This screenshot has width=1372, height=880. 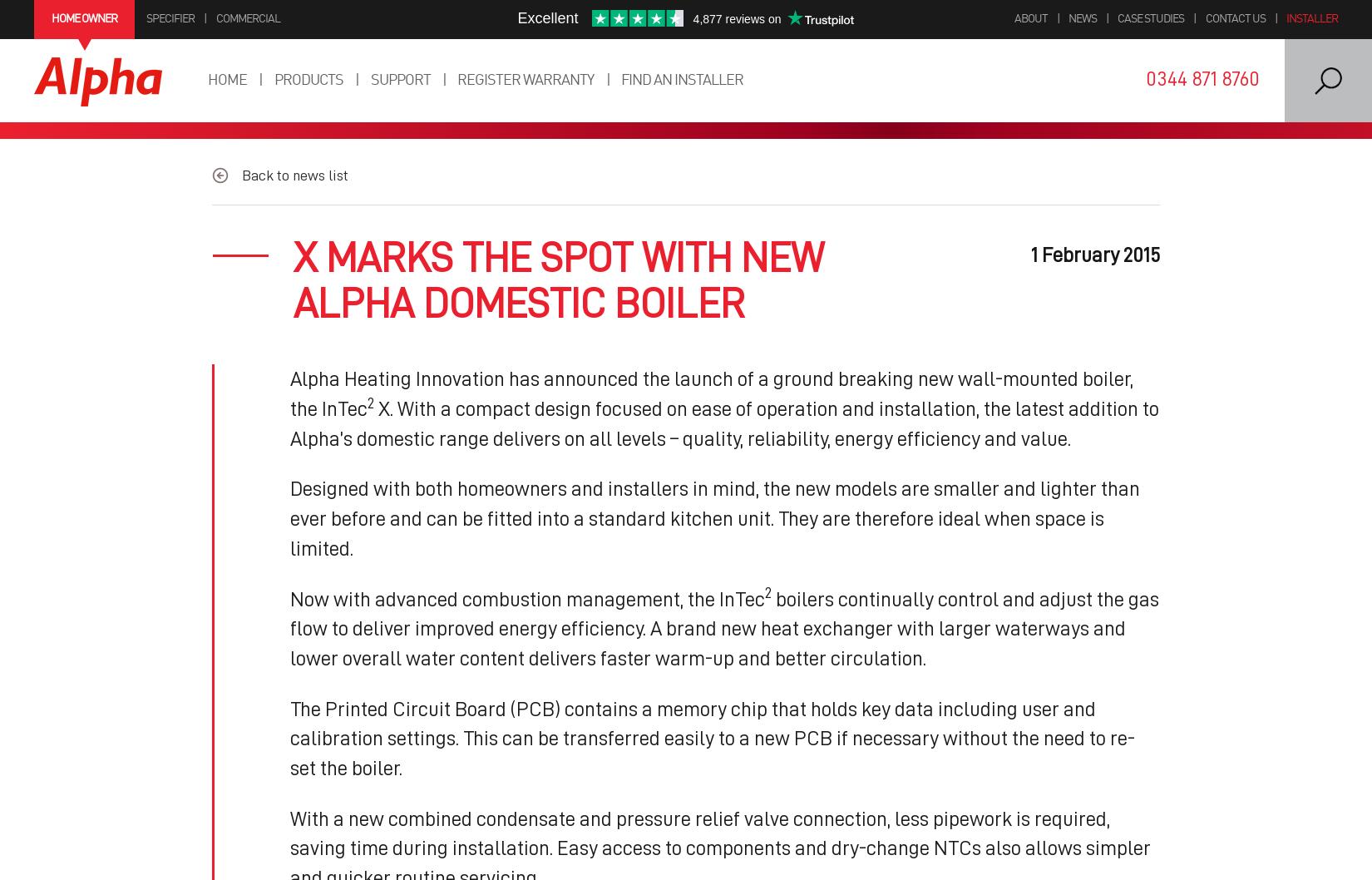 I want to click on 'boilers continually control and adjust the gas flow to deliver improved energy efficiency. A brand new heat exchanger with larger waterways and lower overall water content delivers faster warm-up and better circulation.', so click(x=724, y=627).